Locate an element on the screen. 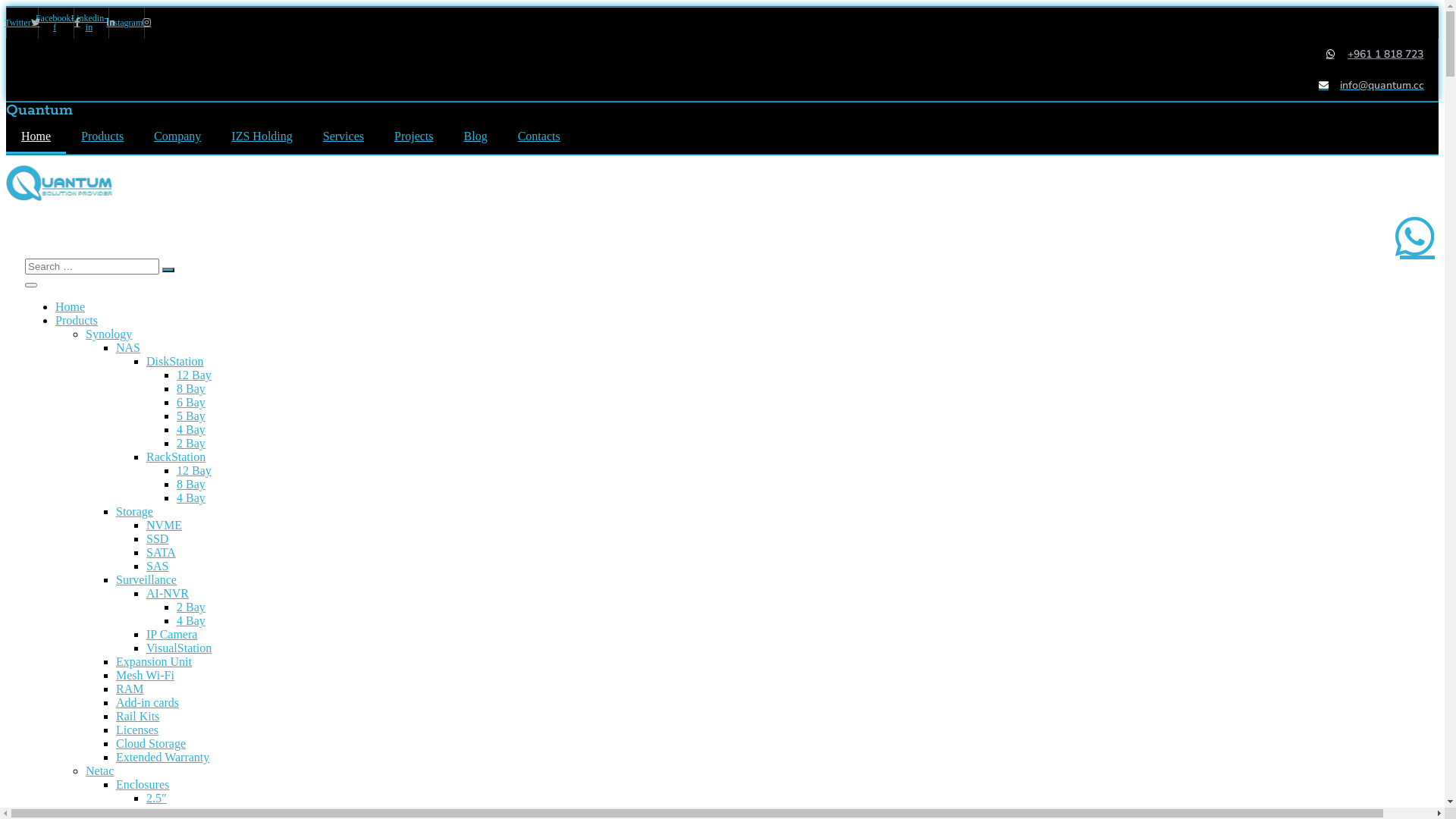  'USB Type A' is located at coordinates (177, 811).